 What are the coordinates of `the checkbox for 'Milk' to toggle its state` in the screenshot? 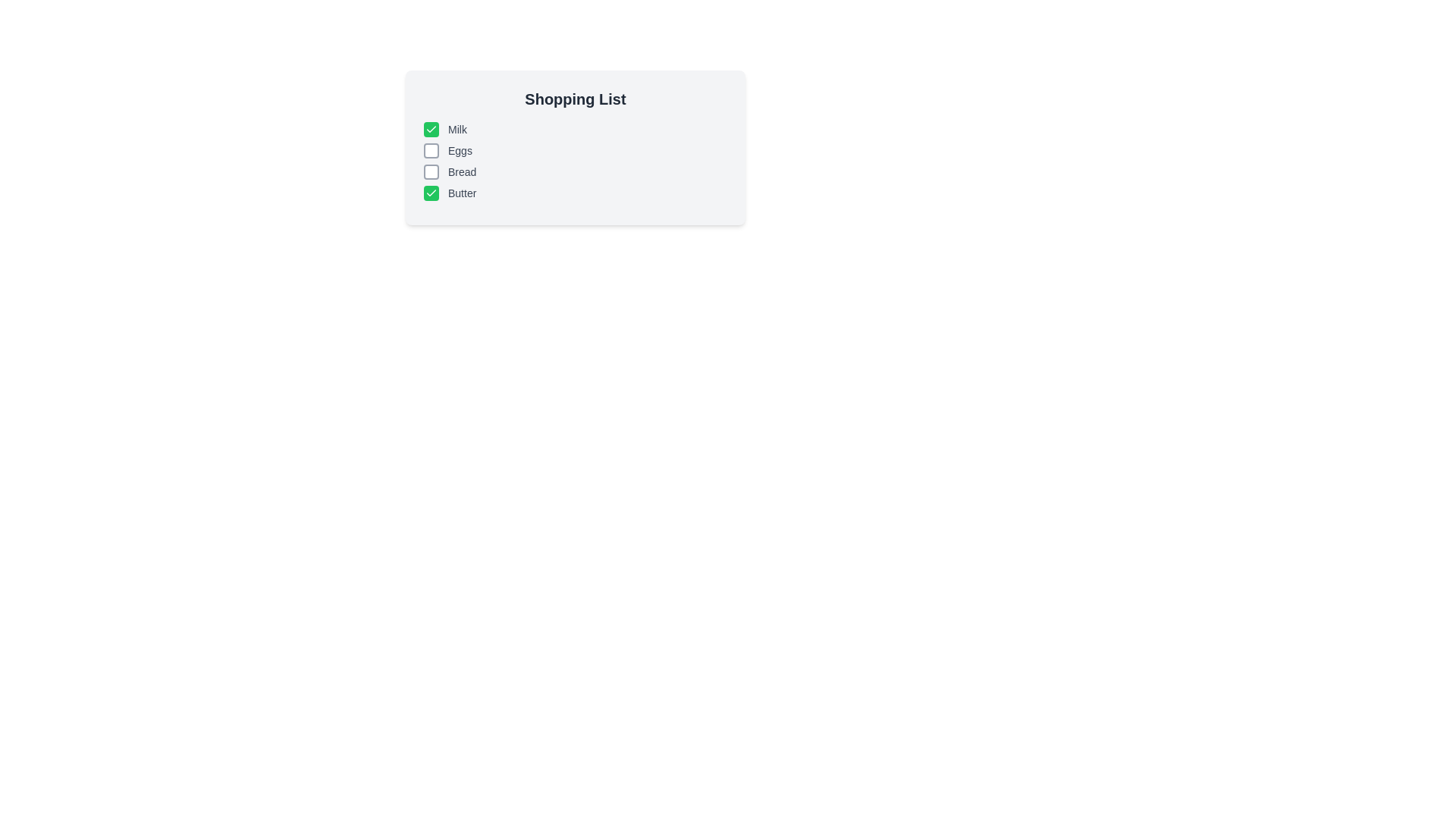 It's located at (431, 128).